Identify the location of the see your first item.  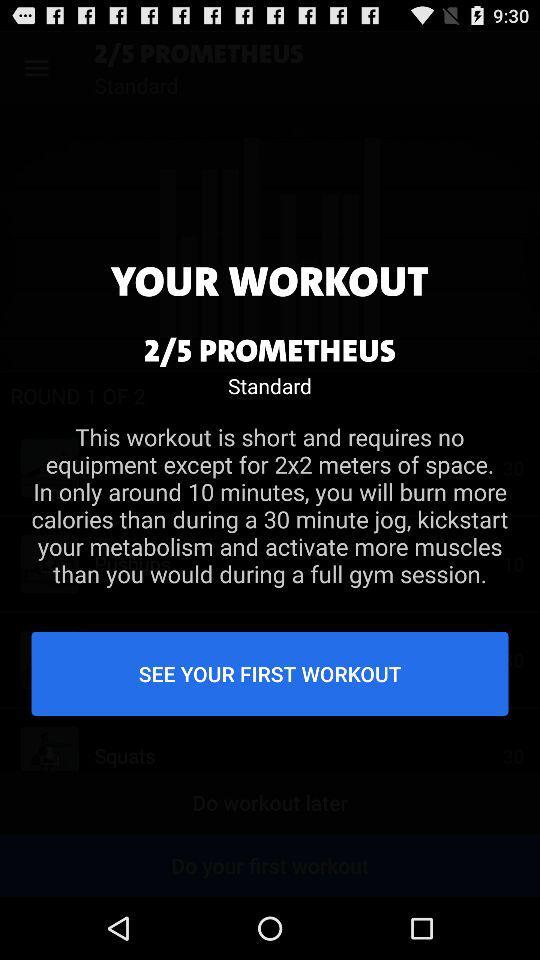
(270, 673).